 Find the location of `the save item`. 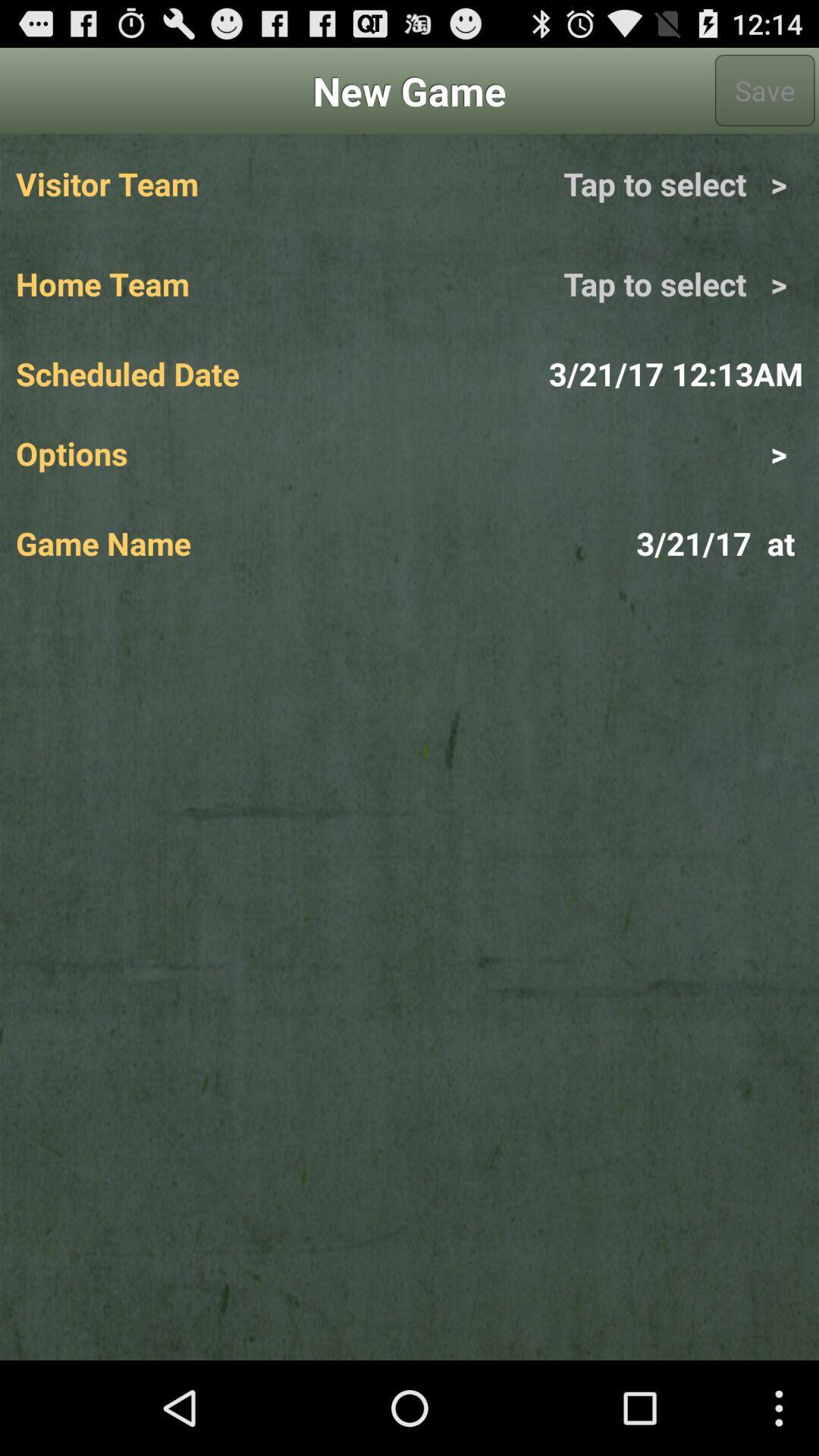

the save item is located at coordinates (764, 89).